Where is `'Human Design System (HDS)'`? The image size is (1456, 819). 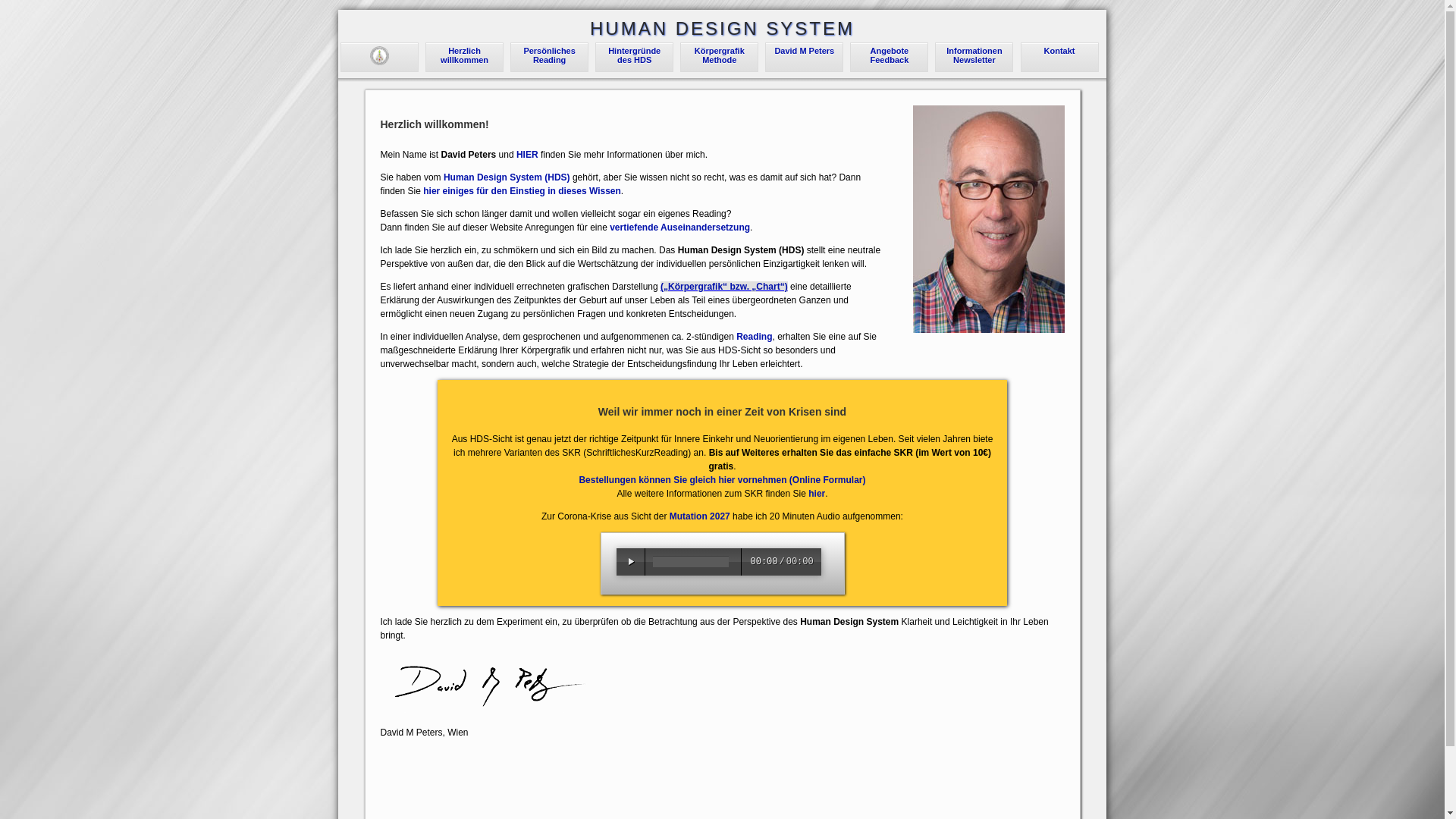
'Human Design System (HDS)' is located at coordinates (507, 177).